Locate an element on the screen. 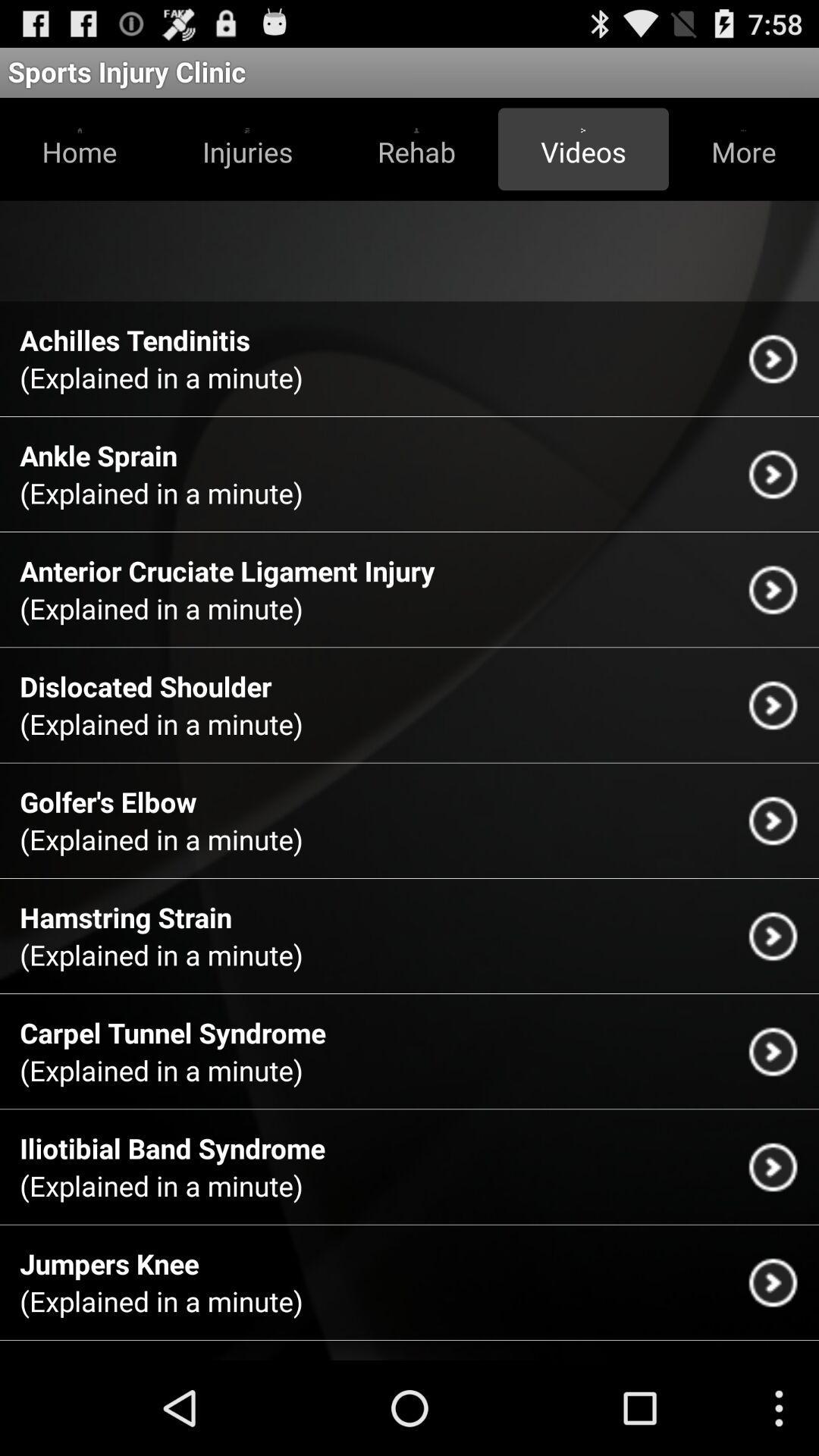 The image size is (819, 1456). the rehab button is located at coordinates (416, 149).